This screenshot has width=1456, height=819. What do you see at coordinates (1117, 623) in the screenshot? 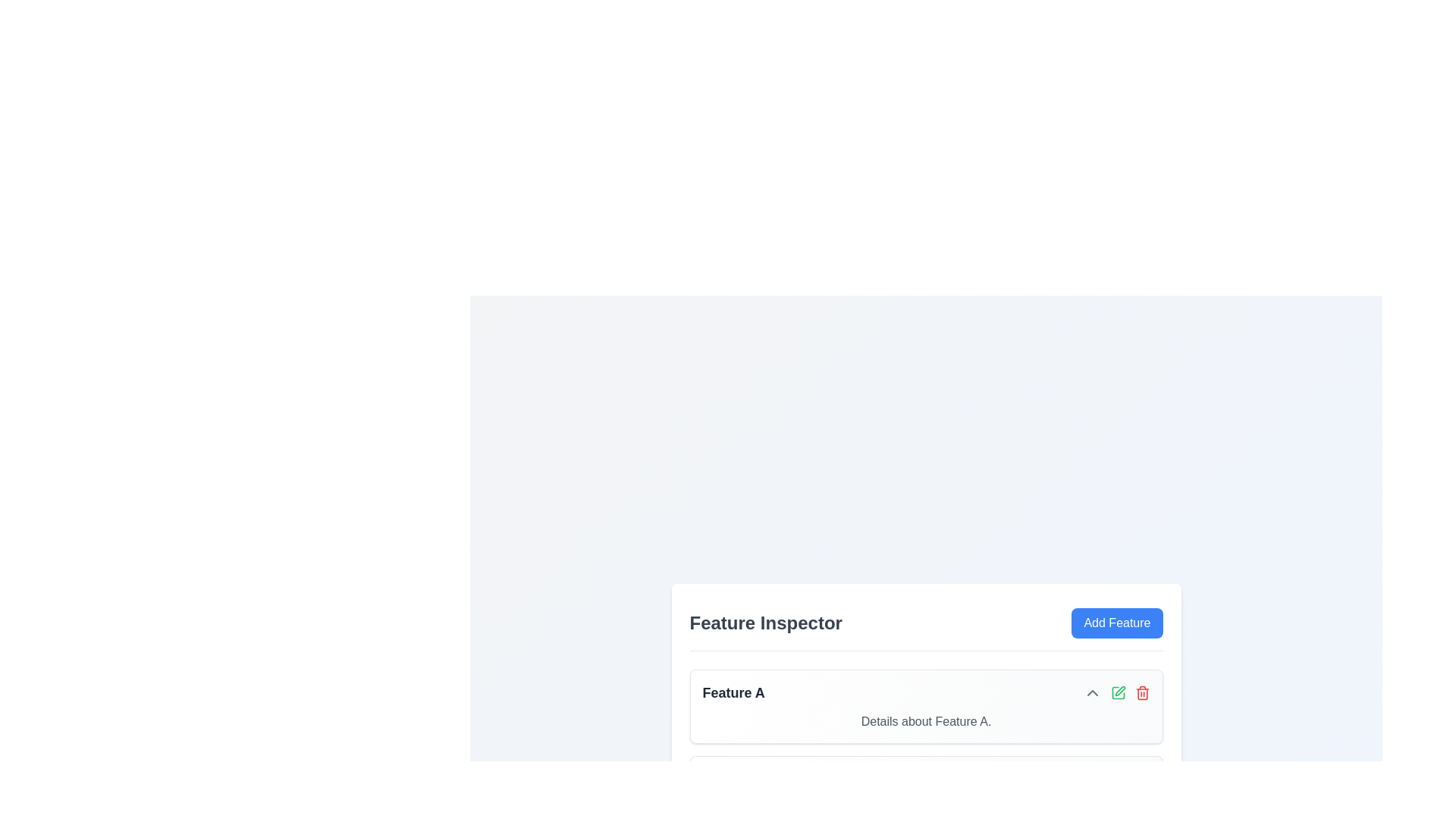
I see `the 'Add Feature' button with a blue background and white text to observe the hover effect` at bounding box center [1117, 623].